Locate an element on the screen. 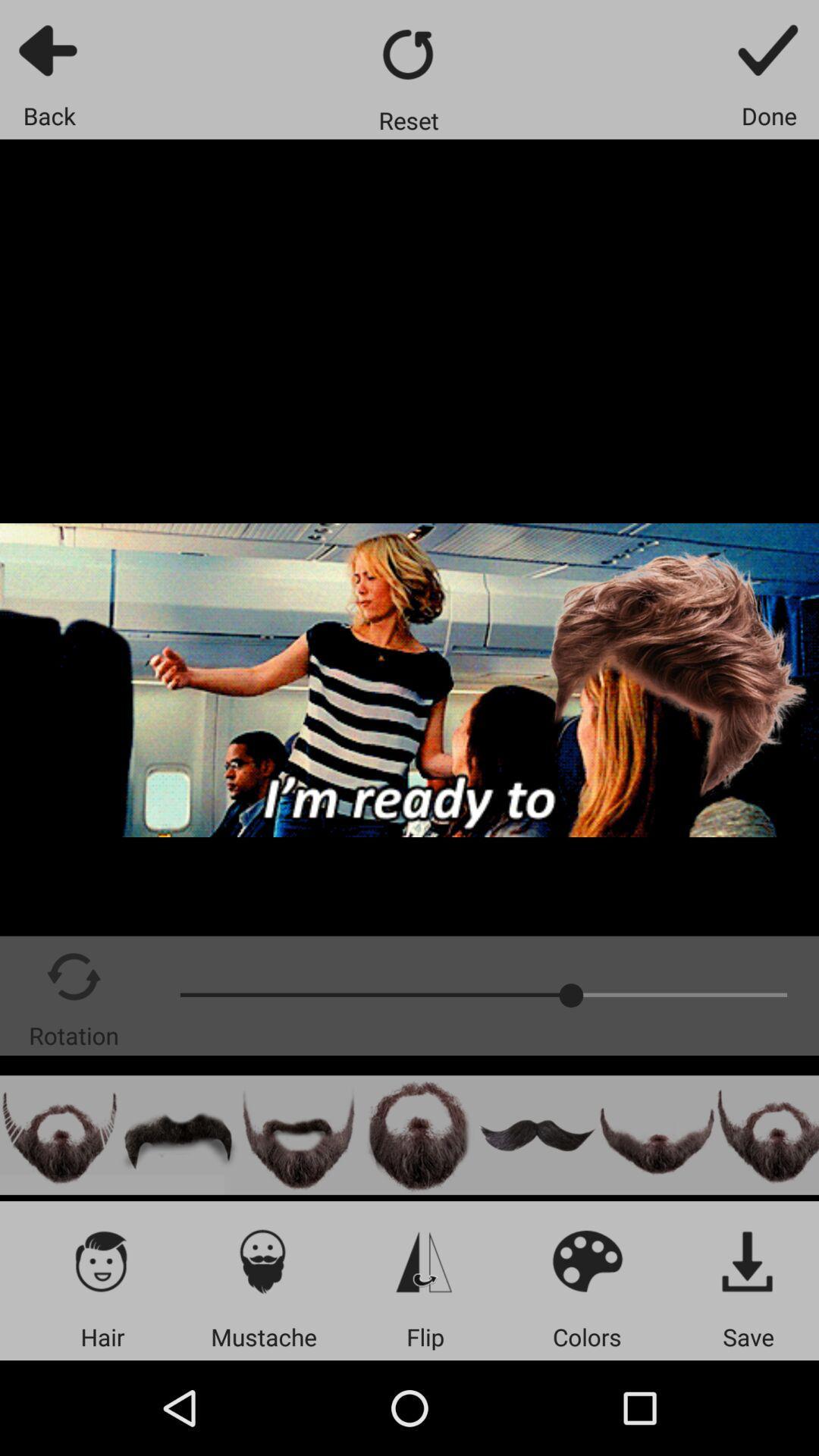 This screenshot has height=1456, width=819. the icon above the mustache app is located at coordinates (262, 1260).